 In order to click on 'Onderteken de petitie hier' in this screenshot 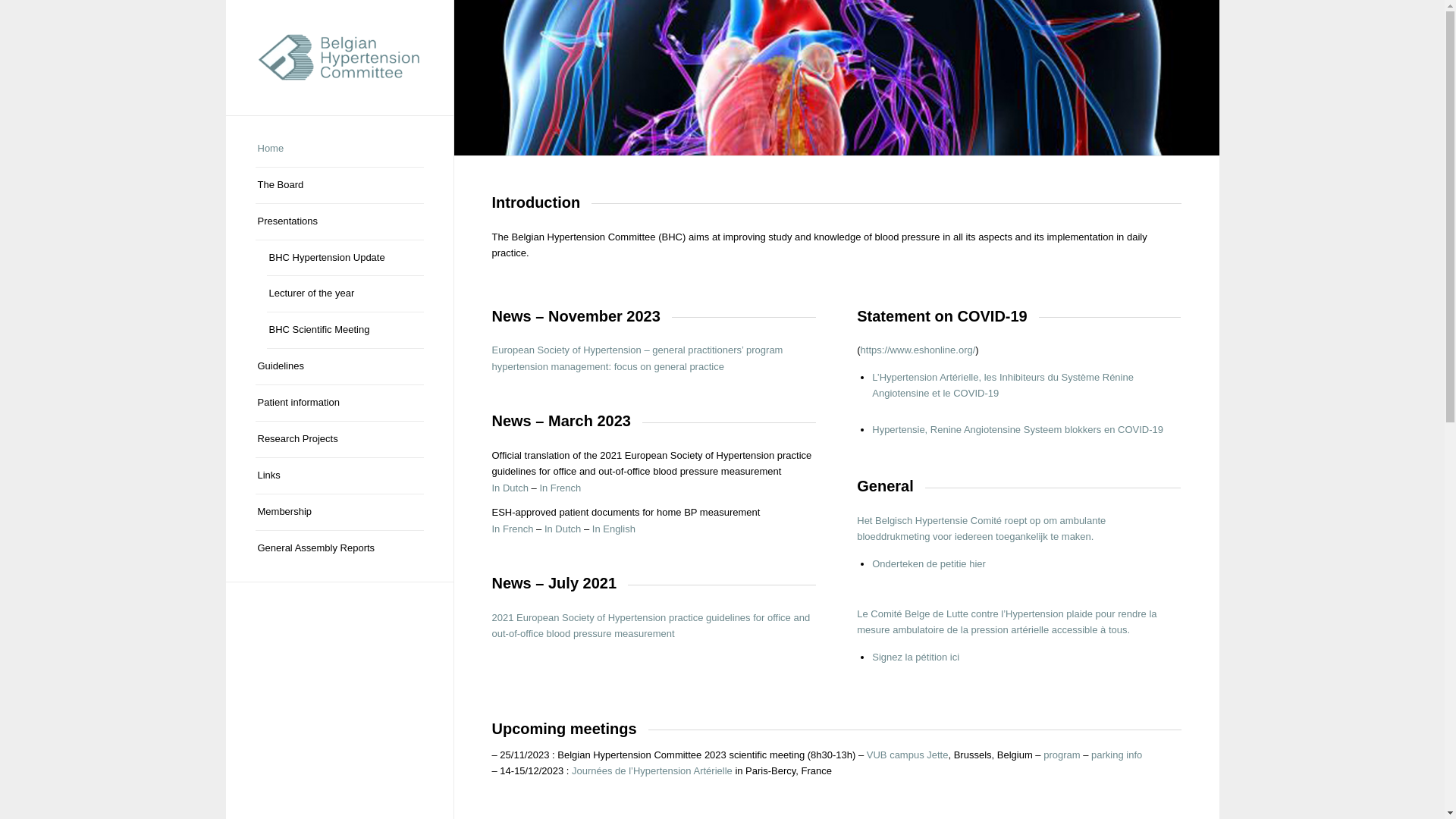, I will do `click(872, 563)`.